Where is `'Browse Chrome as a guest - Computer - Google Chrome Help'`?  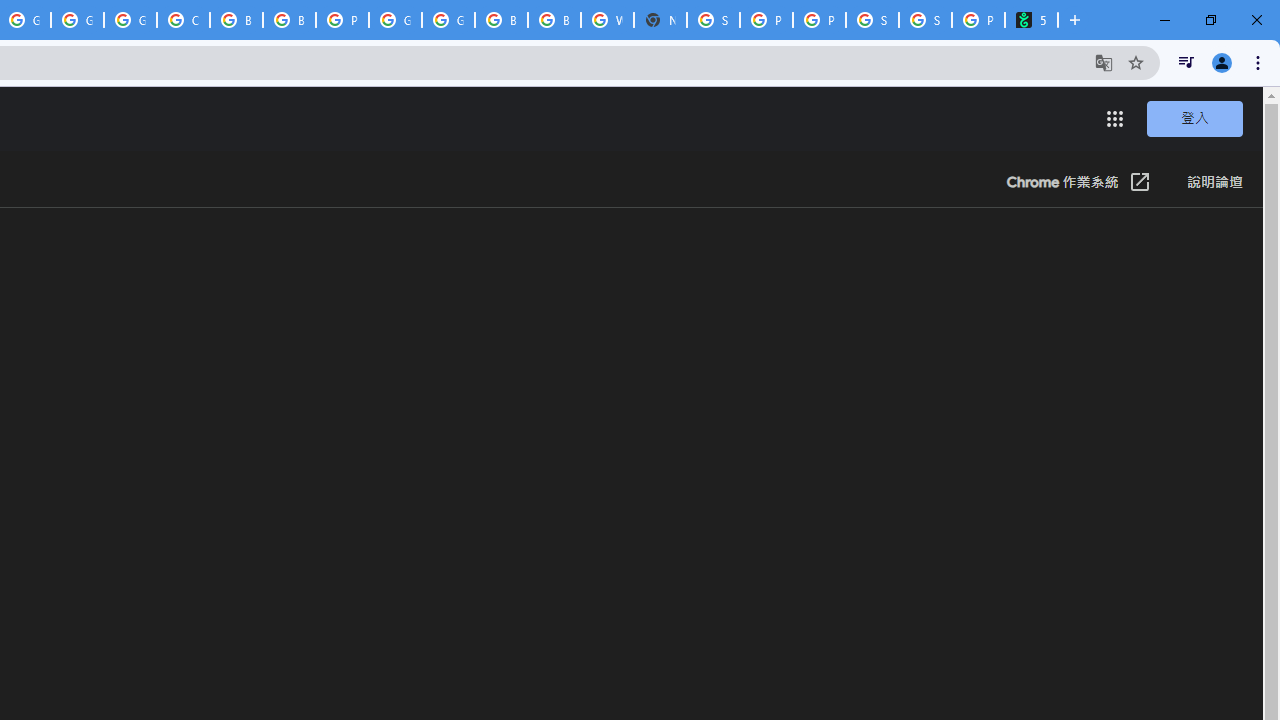 'Browse Chrome as a guest - Computer - Google Chrome Help' is located at coordinates (236, 20).